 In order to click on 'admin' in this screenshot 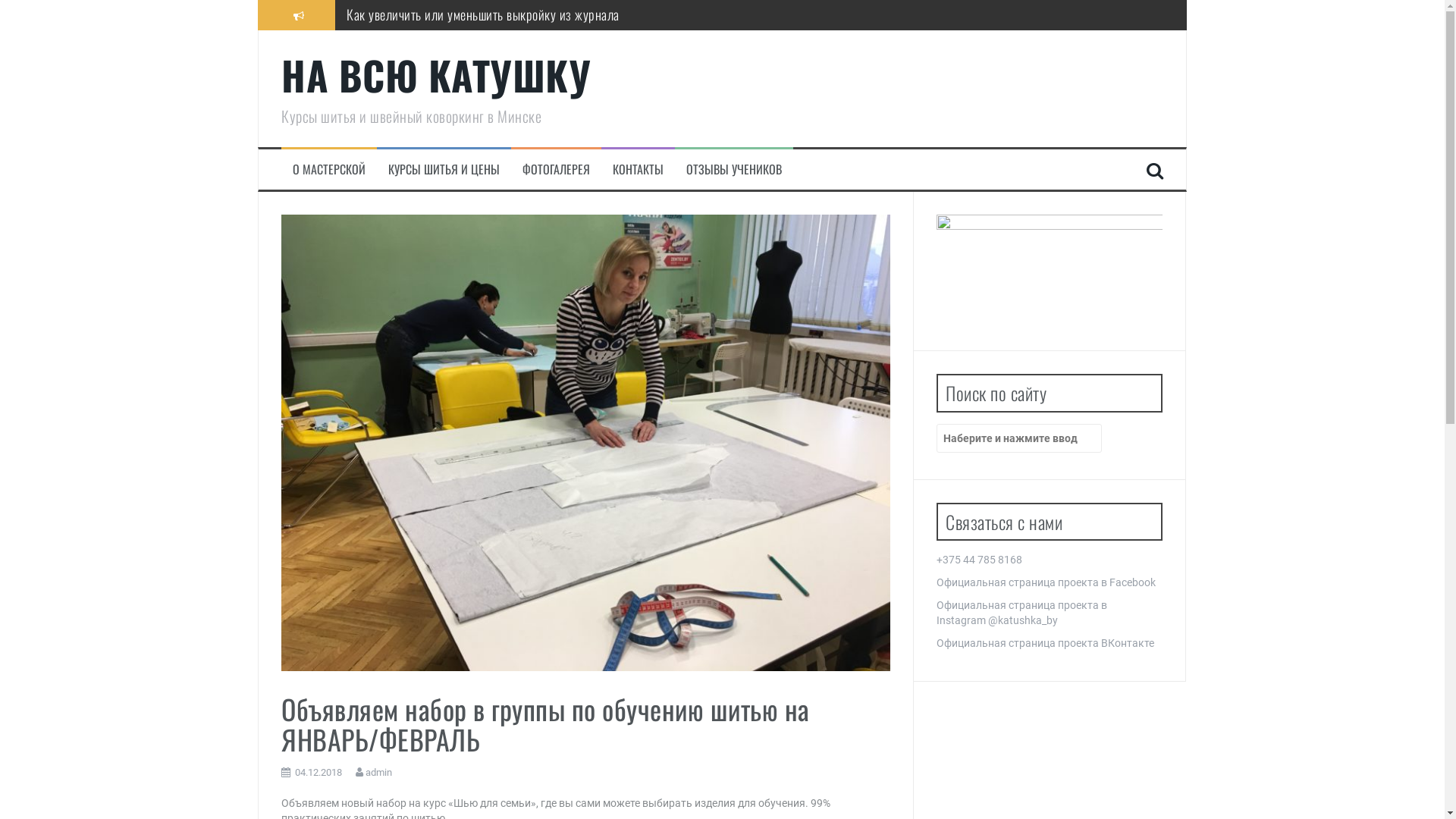, I will do `click(378, 772)`.